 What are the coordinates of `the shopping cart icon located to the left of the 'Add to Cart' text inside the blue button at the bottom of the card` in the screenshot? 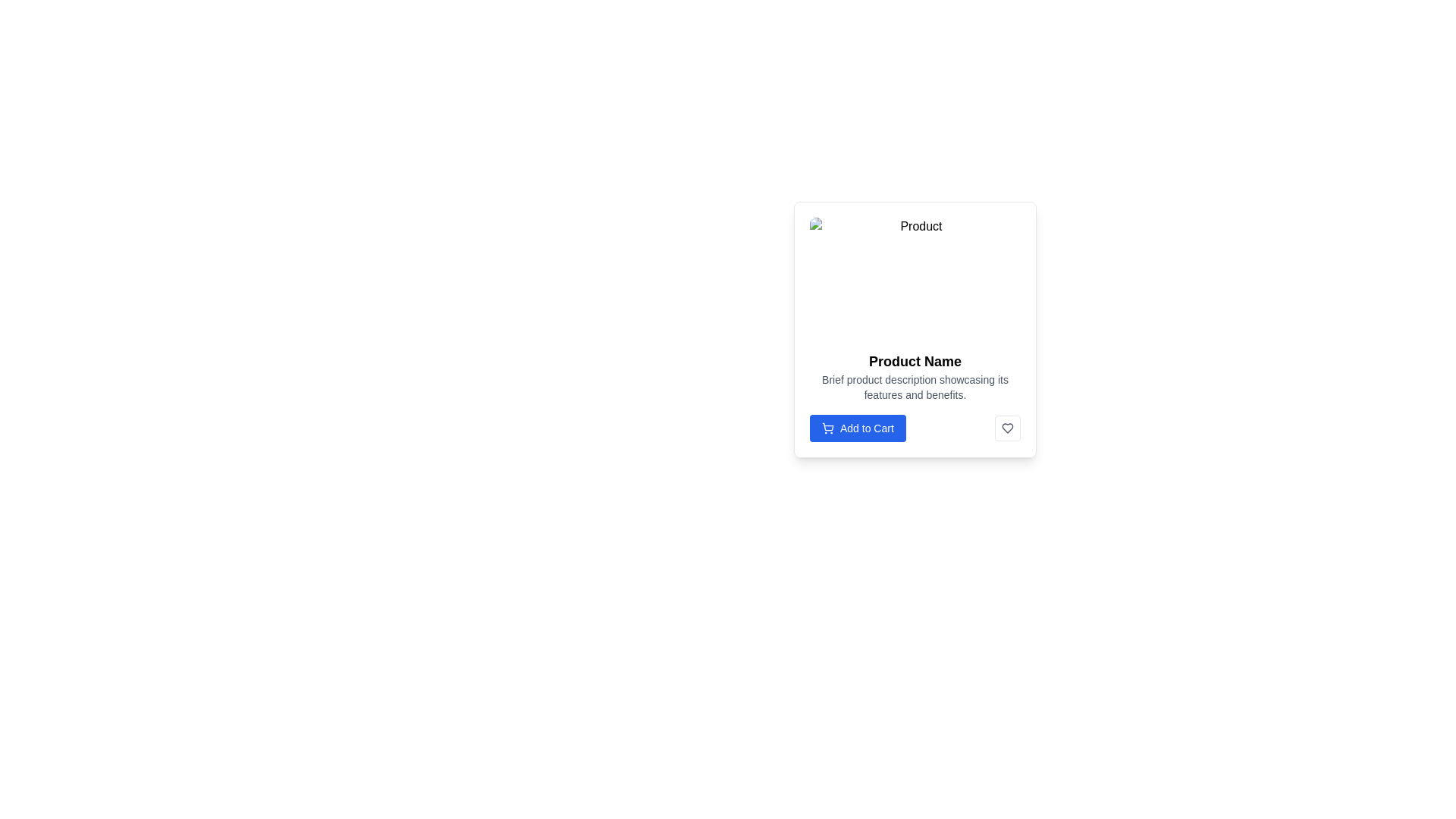 It's located at (827, 428).